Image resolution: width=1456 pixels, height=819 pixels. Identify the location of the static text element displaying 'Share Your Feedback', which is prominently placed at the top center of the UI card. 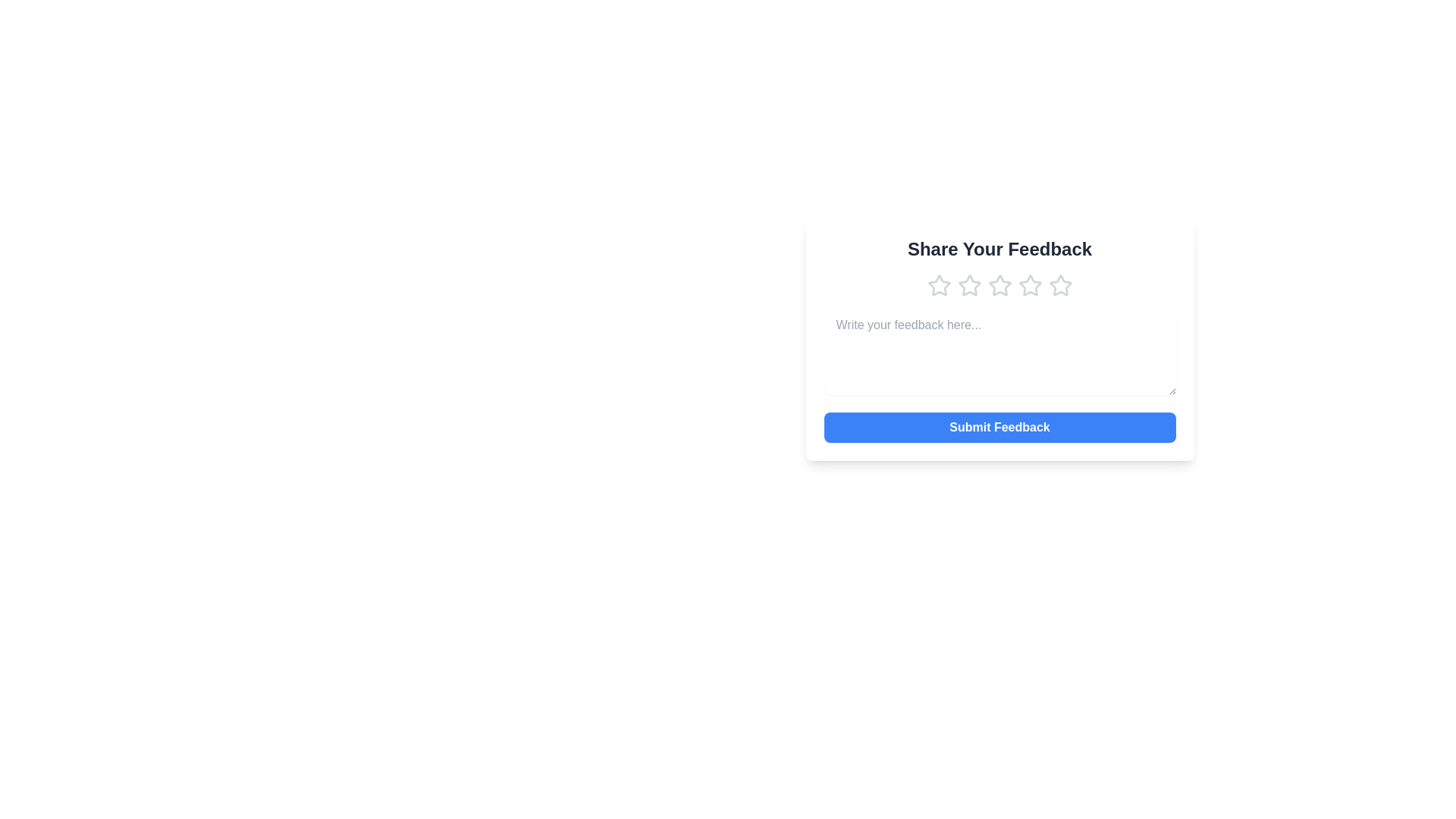
(999, 248).